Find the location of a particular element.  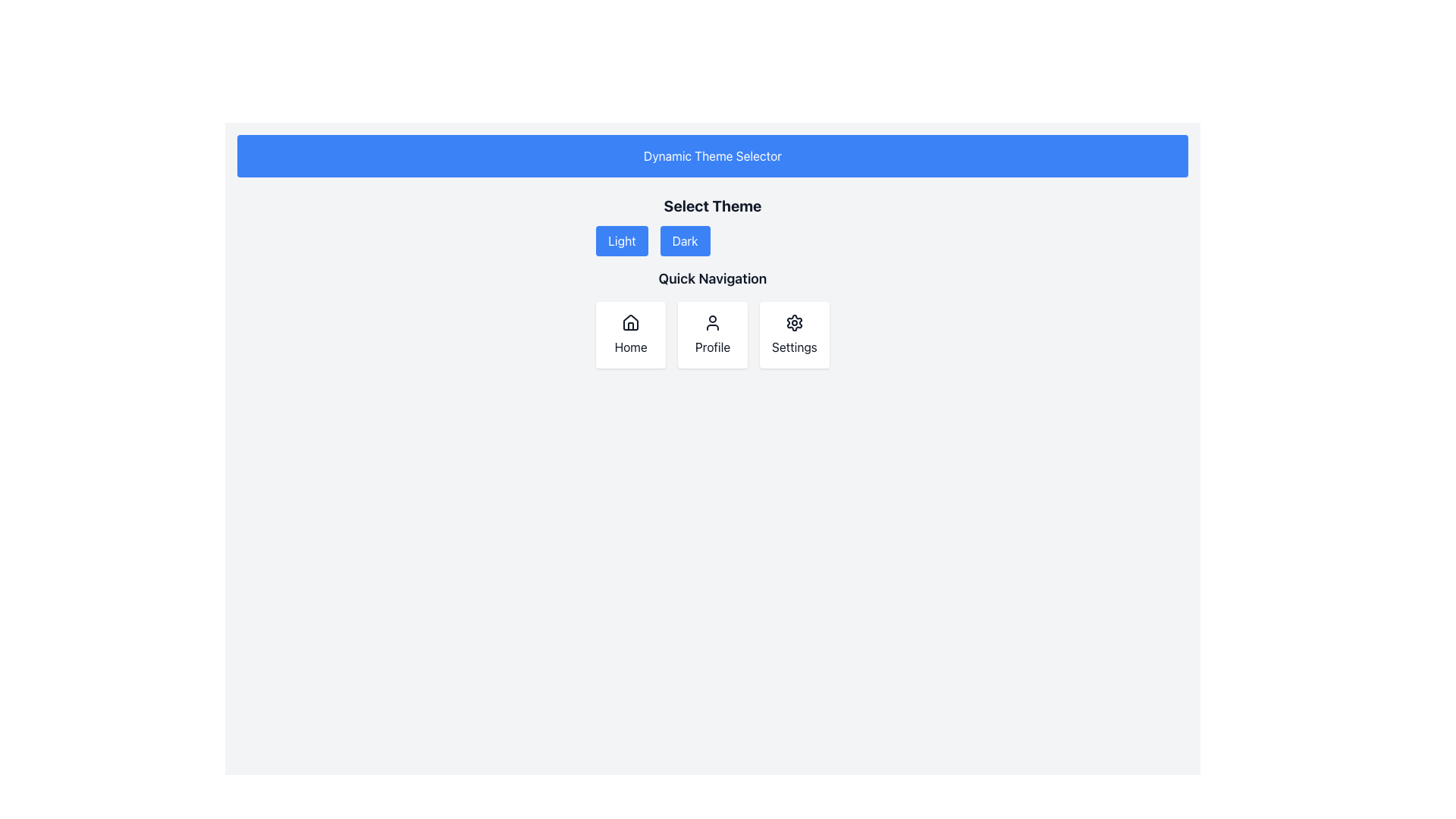

the 'Profile' navigation button, which is the second item in the row of three under the 'Quick Navigation' header is located at coordinates (712, 334).